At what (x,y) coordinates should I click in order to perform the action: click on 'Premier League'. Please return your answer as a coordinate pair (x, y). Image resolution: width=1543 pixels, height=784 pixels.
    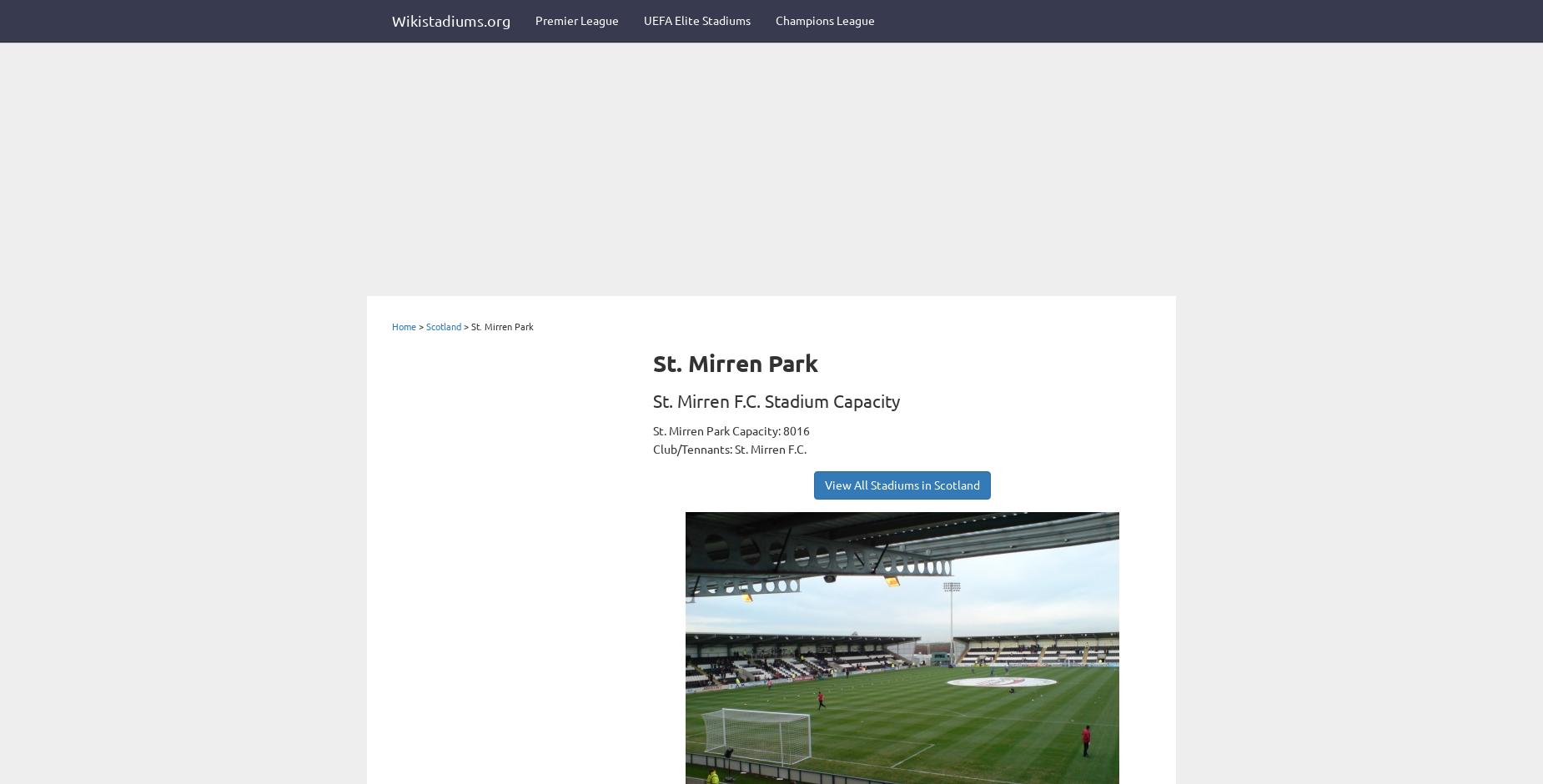
    Looking at the image, I should click on (577, 21).